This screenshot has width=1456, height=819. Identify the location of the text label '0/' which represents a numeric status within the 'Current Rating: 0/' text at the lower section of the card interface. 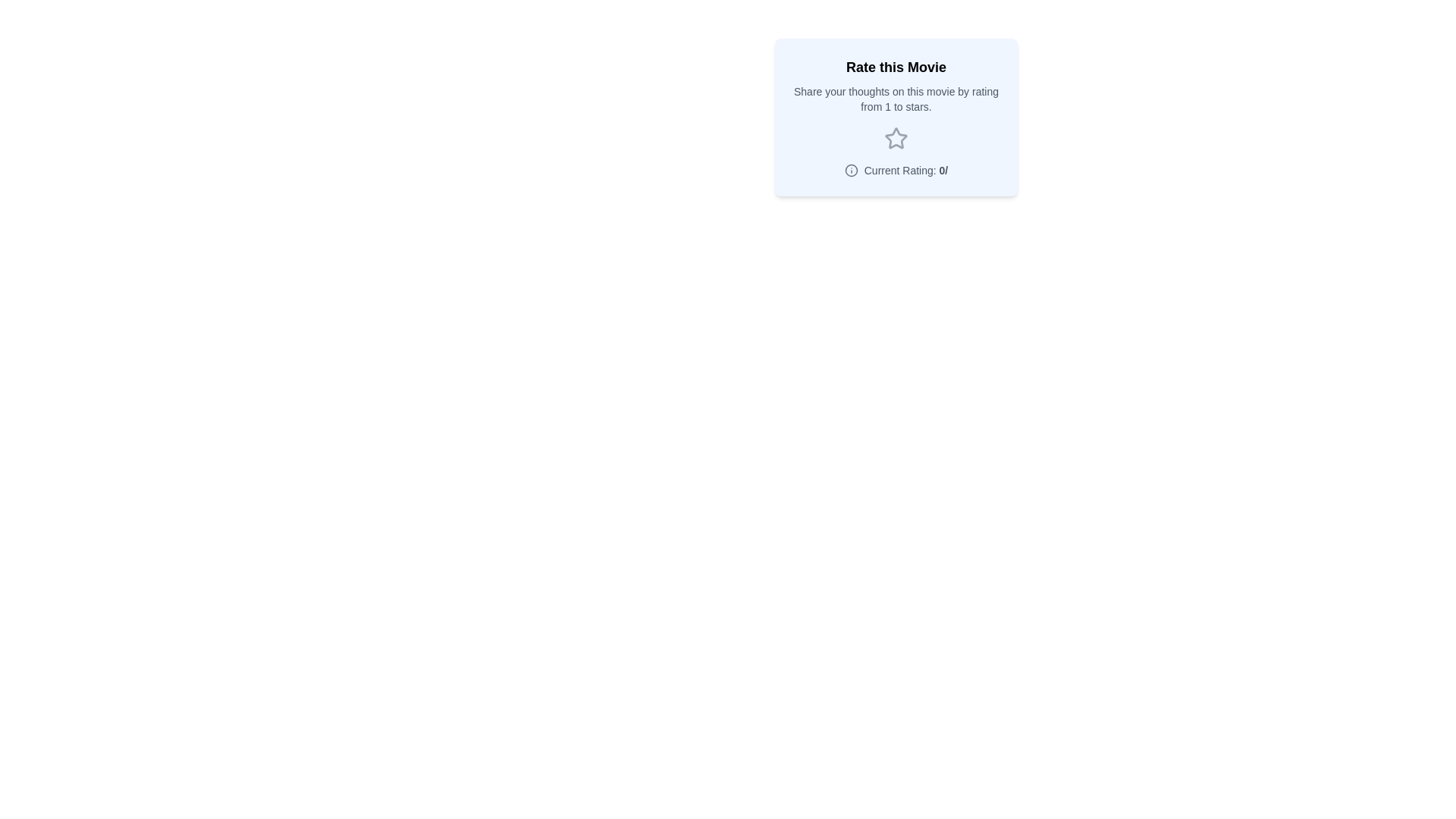
(943, 170).